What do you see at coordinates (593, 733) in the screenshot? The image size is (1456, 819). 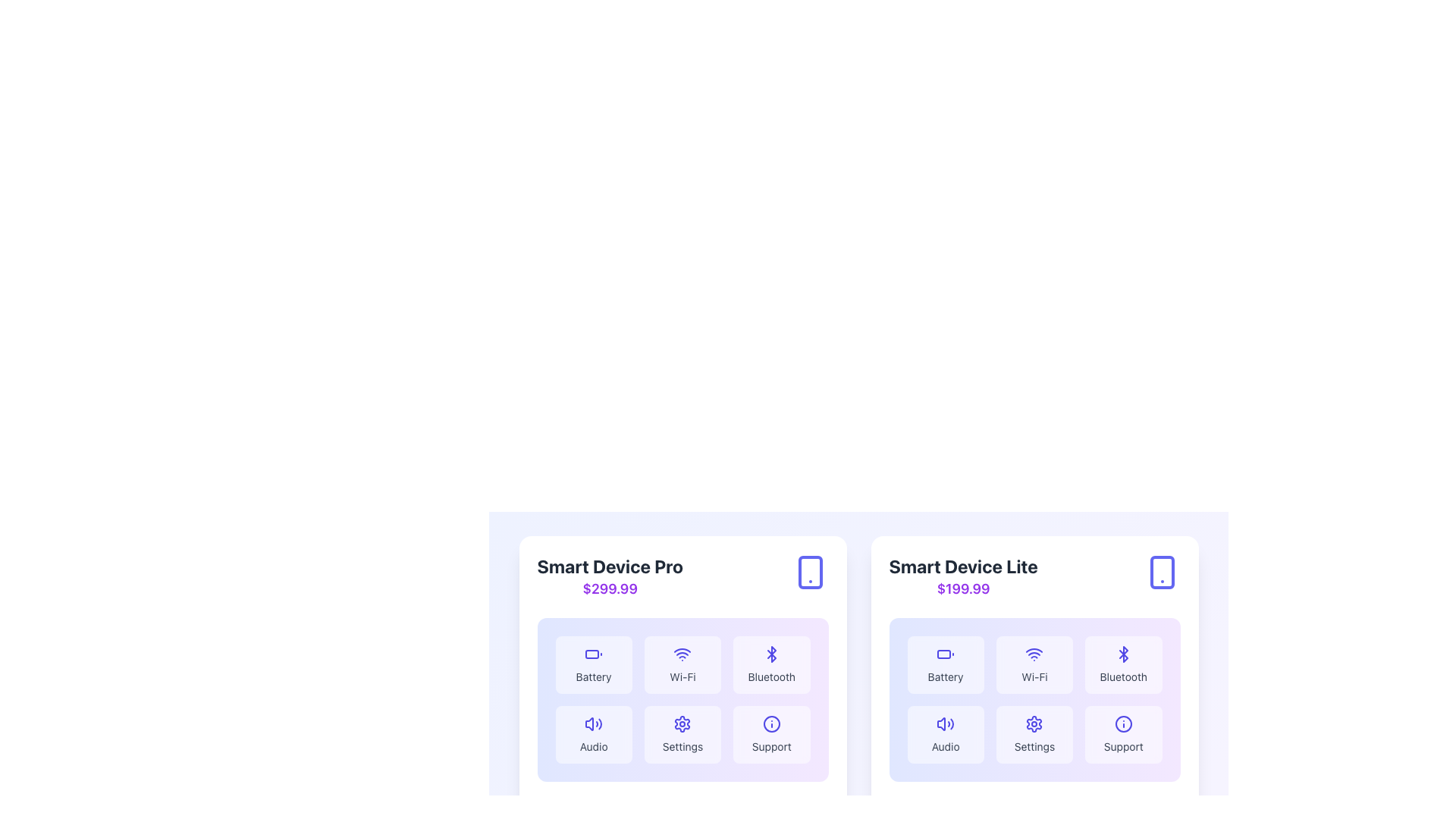 I see `the audio settings button located in the first column, second row of the grid layout under 'Smart Device Pro'` at bounding box center [593, 733].